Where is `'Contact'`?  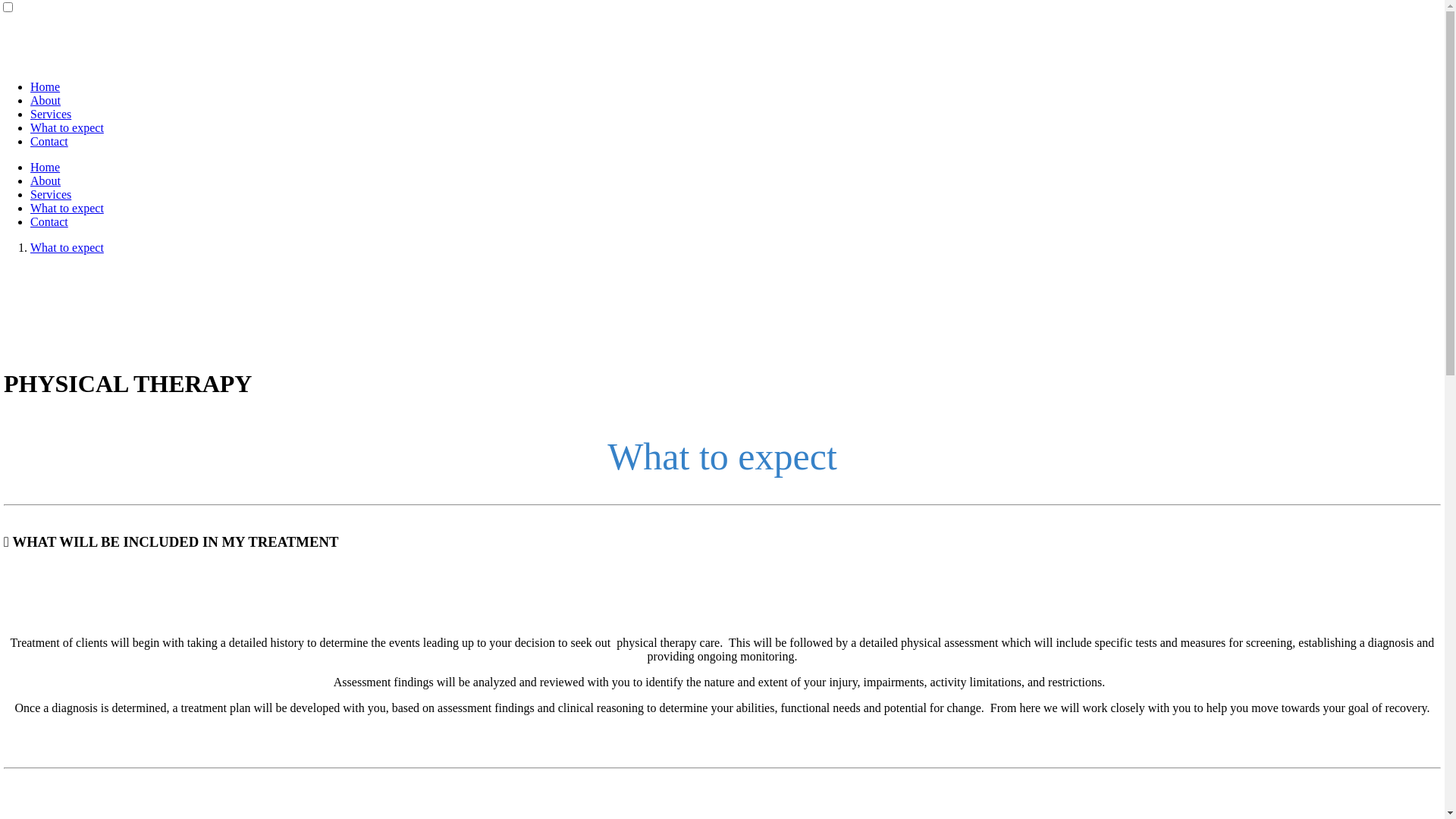 'Contact' is located at coordinates (30, 141).